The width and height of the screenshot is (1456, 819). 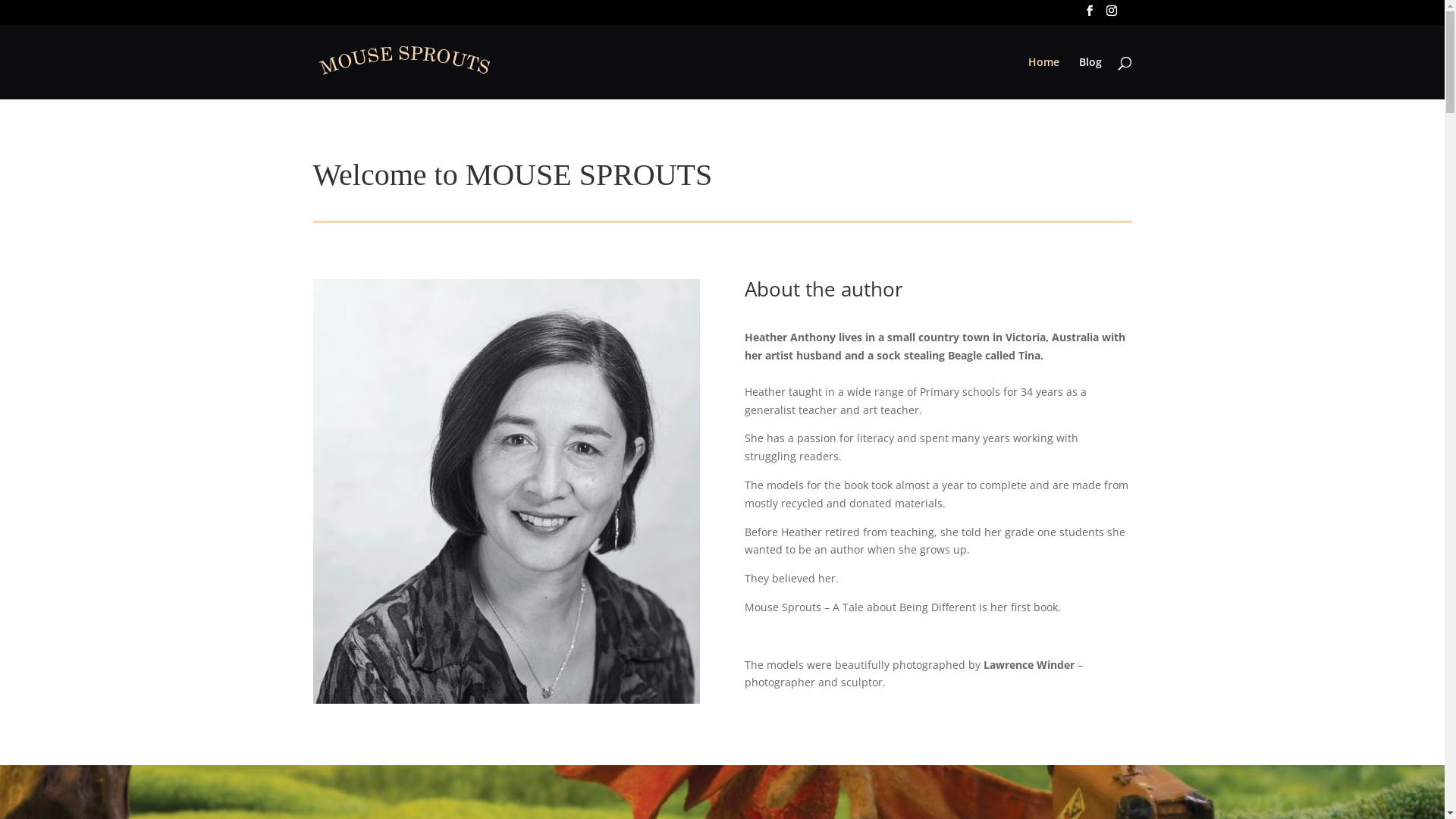 I want to click on 'Blog', so click(x=1088, y=77).